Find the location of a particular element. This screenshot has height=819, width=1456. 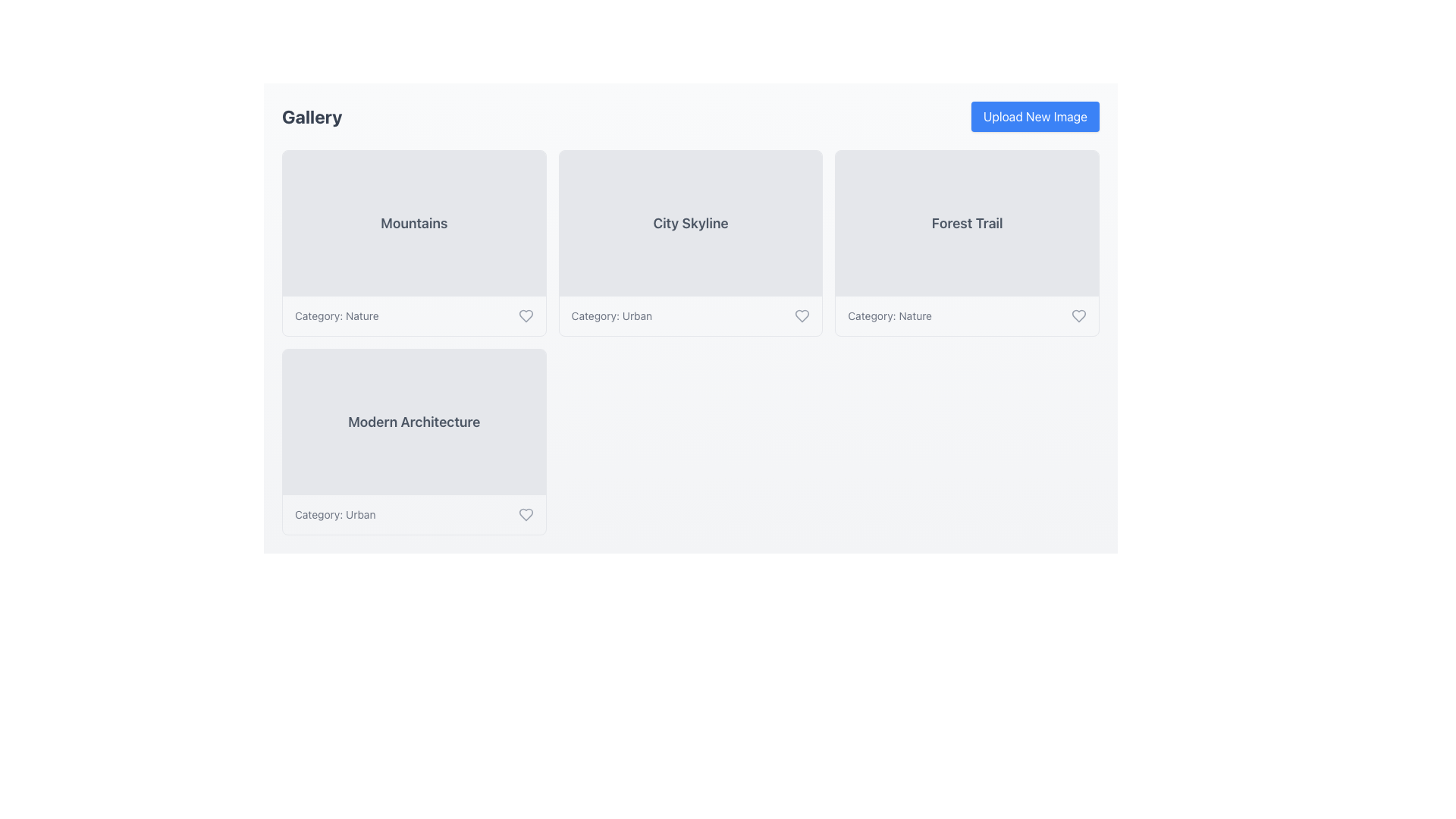

the static text display that serves as the title for the card, labeled 'Modern Architecture', located in the second row, first column of the grid layout beneath the 'Gallery' label is located at coordinates (414, 422).